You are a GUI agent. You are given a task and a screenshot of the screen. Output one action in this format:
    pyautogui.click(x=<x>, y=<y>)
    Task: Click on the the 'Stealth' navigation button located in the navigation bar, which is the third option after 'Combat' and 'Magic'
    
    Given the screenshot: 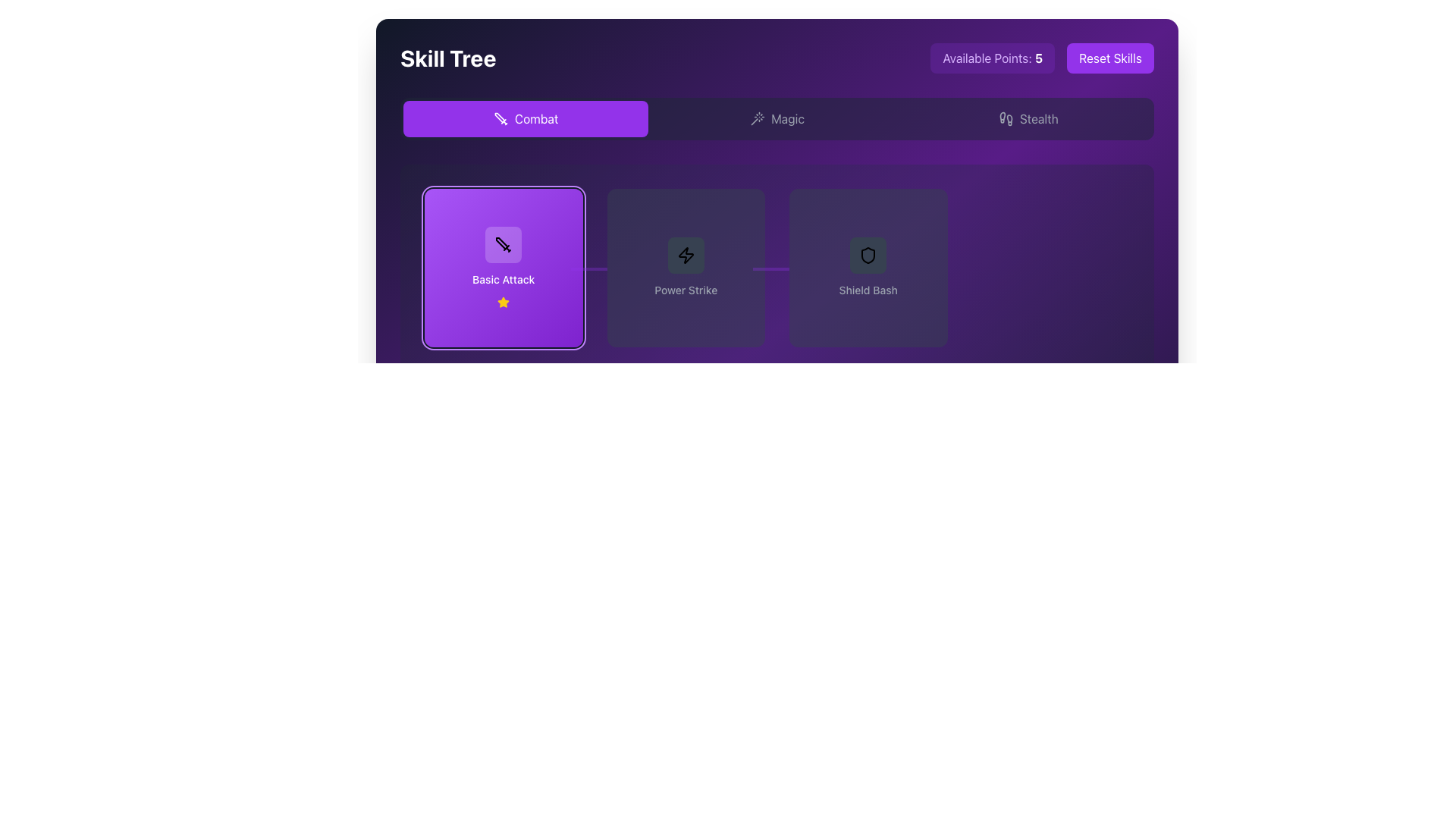 What is the action you would take?
    pyautogui.click(x=1028, y=118)
    